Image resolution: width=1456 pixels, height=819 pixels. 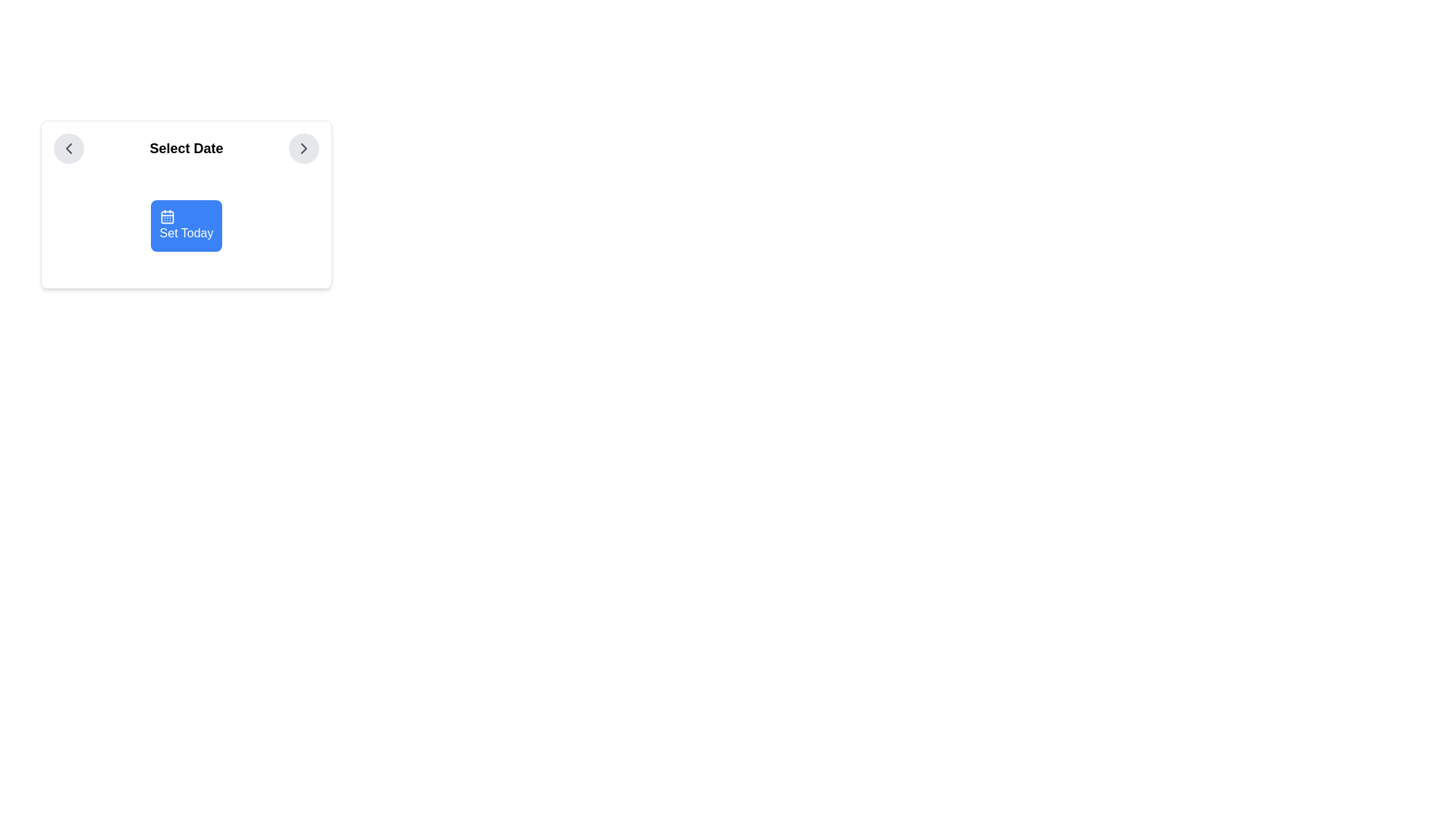 What do you see at coordinates (185, 225) in the screenshot?
I see `the 'Set Today' button located directly beneath the 'Select Date' title` at bounding box center [185, 225].